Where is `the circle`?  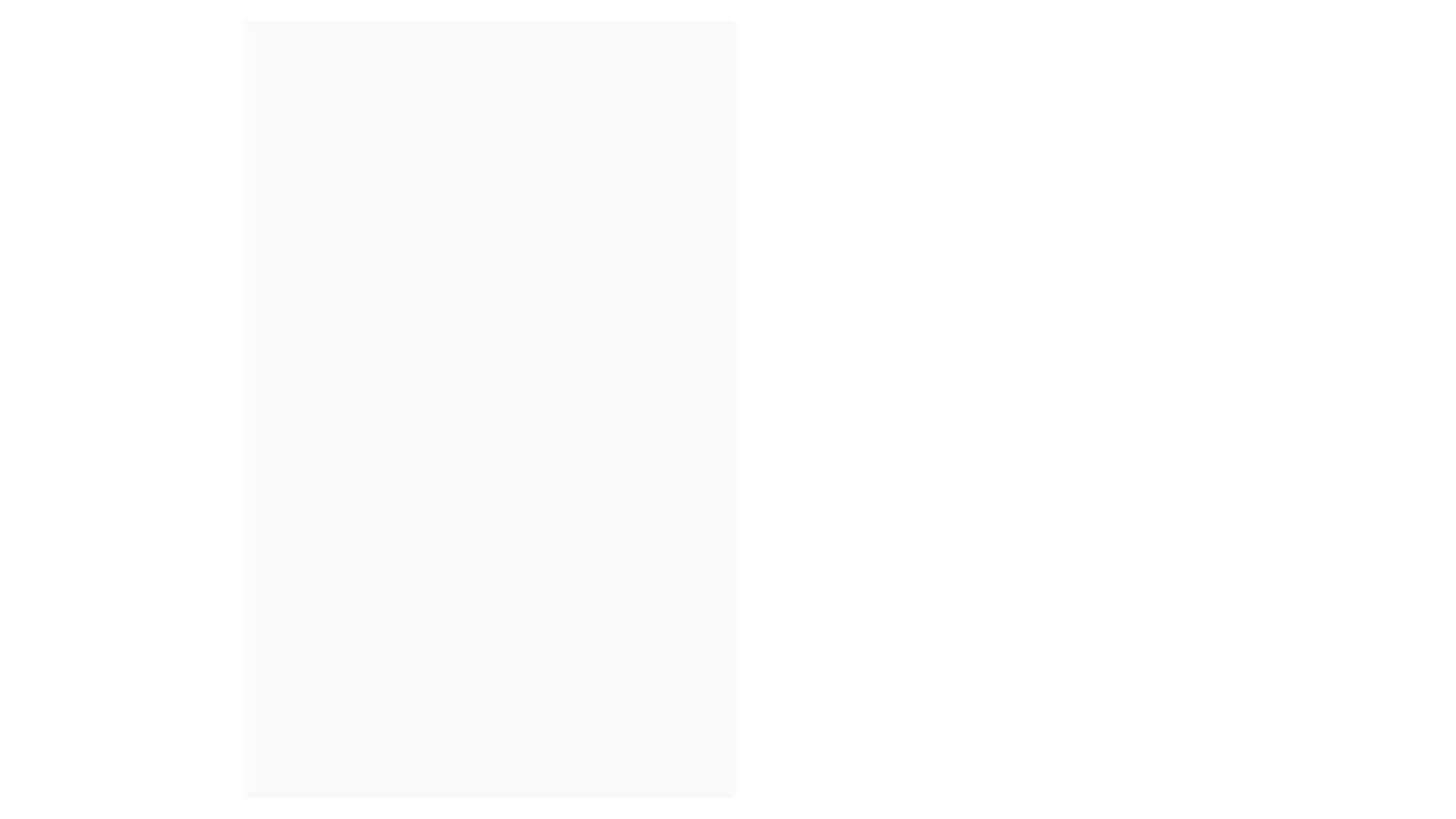
the circle is located at coordinates (890, 549).